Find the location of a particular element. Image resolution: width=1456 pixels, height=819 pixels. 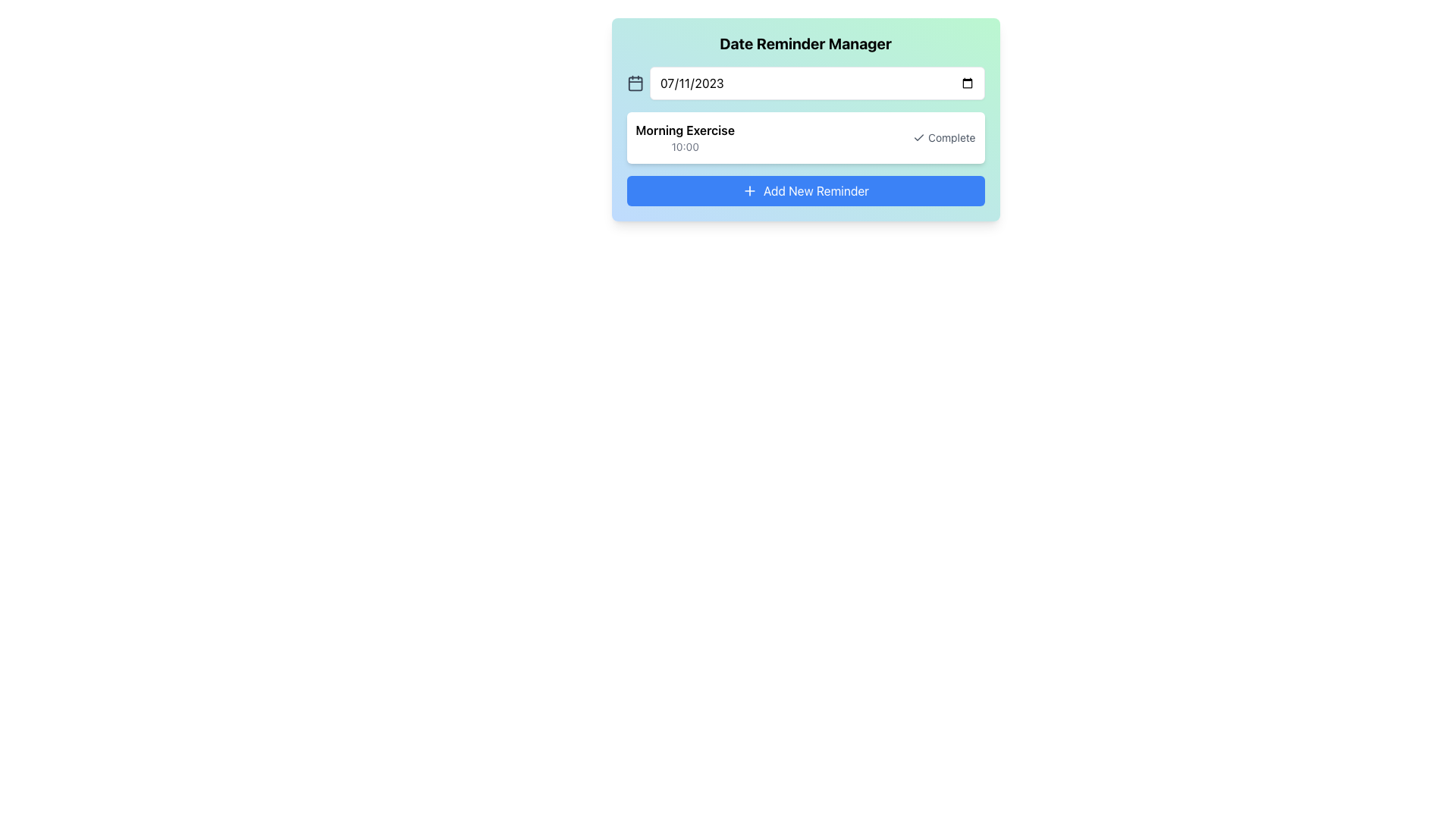

text label 'Add New Reminder' located on the button at the bottom center of the interface, which indicates the action of adding a new reminder is located at coordinates (815, 190).